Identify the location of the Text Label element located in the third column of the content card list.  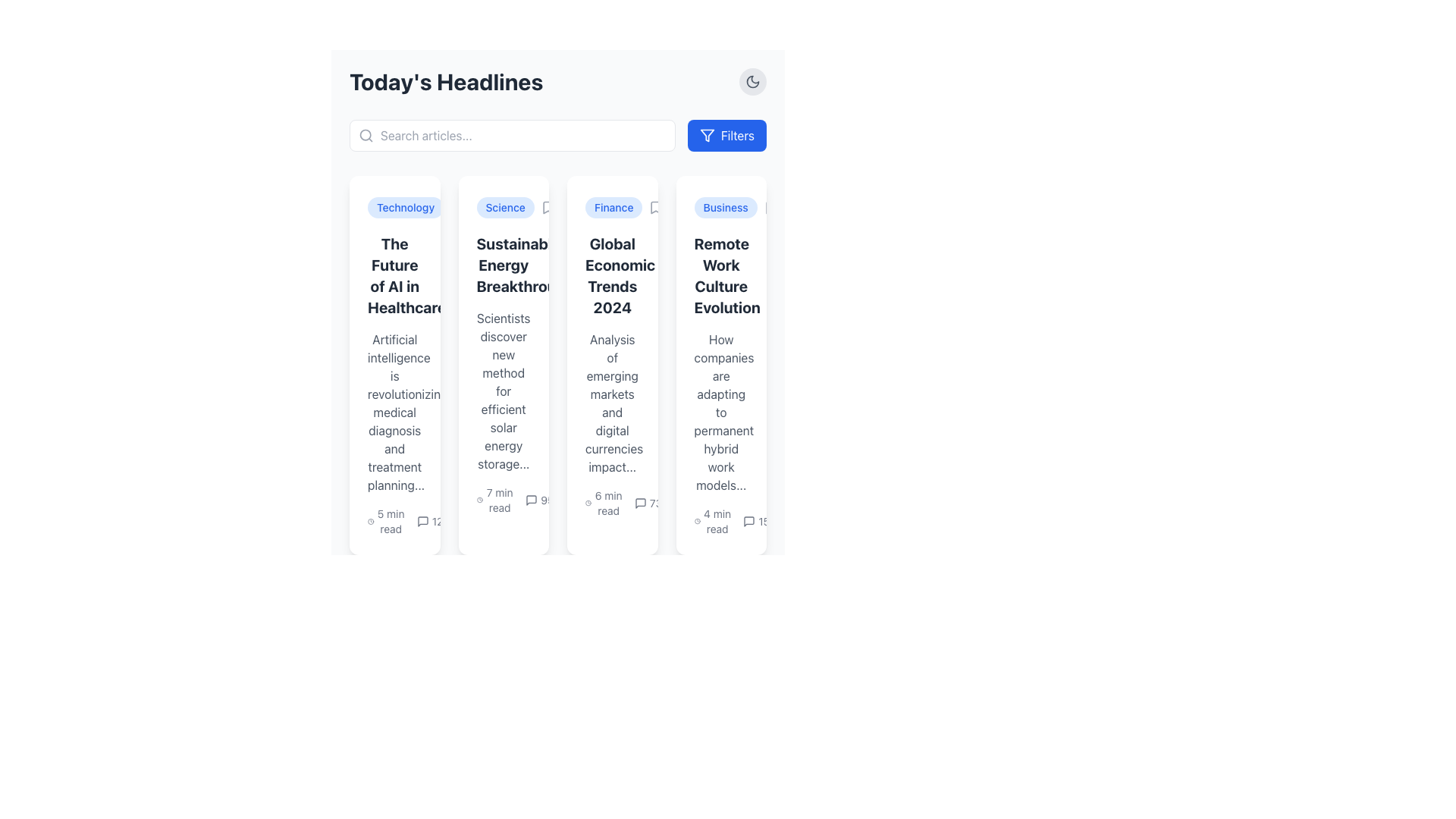
(612, 275).